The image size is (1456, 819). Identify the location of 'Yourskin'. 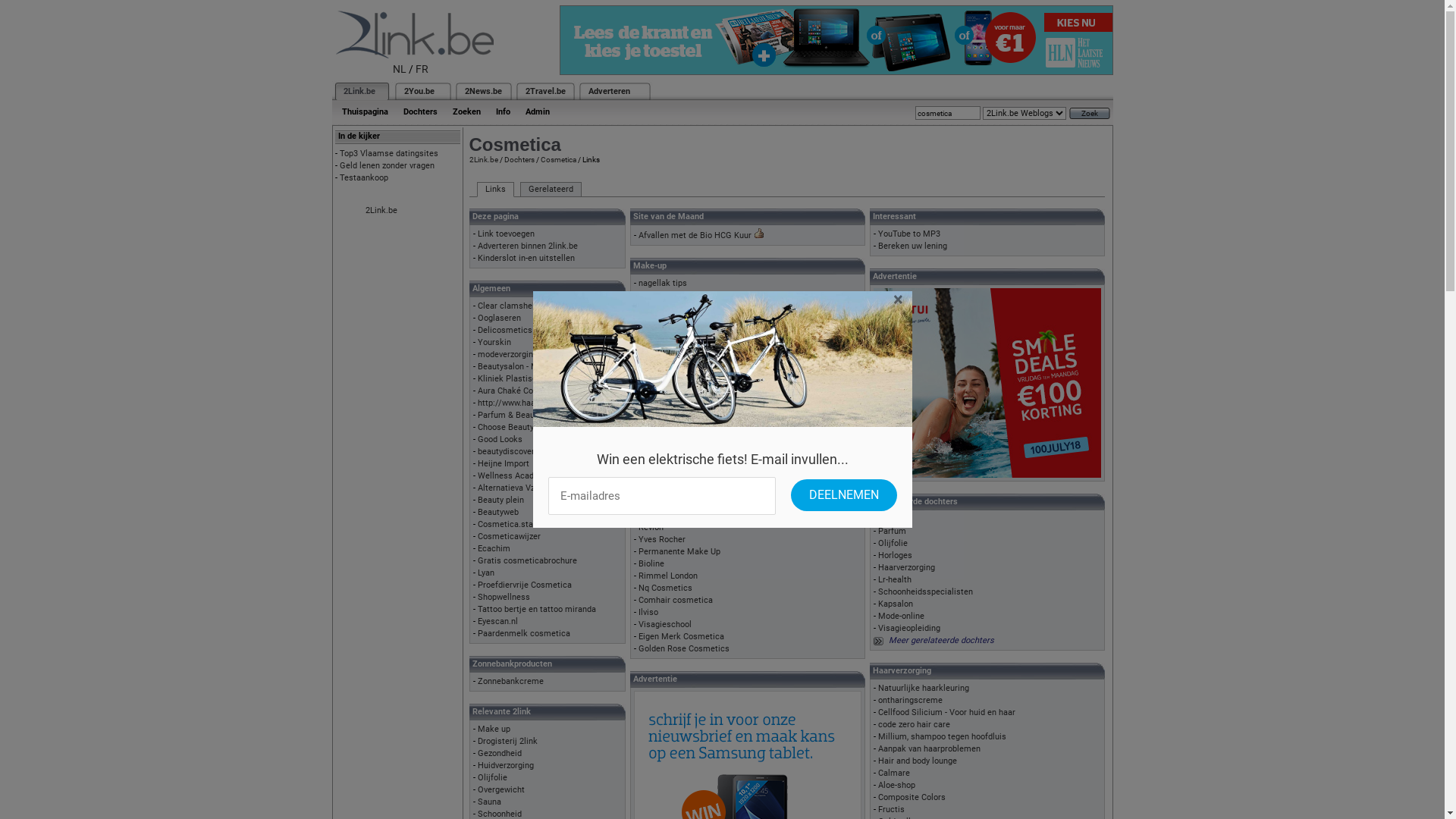
(494, 342).